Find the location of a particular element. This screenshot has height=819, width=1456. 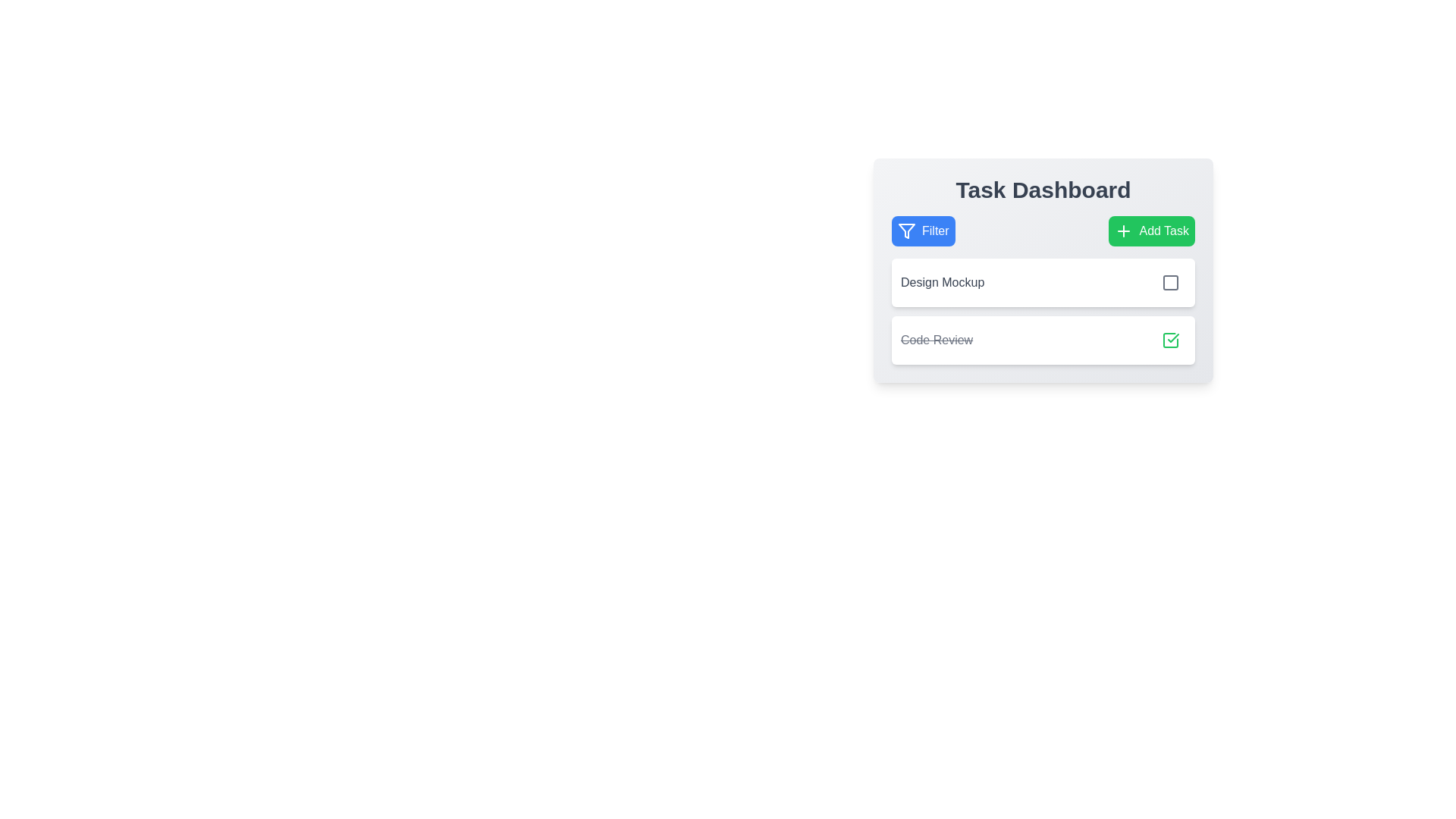

the funnel-shaped SVG icon located within the blue 'Filter' button, positioned to the left of the text label is located at coordinates (906, 231).